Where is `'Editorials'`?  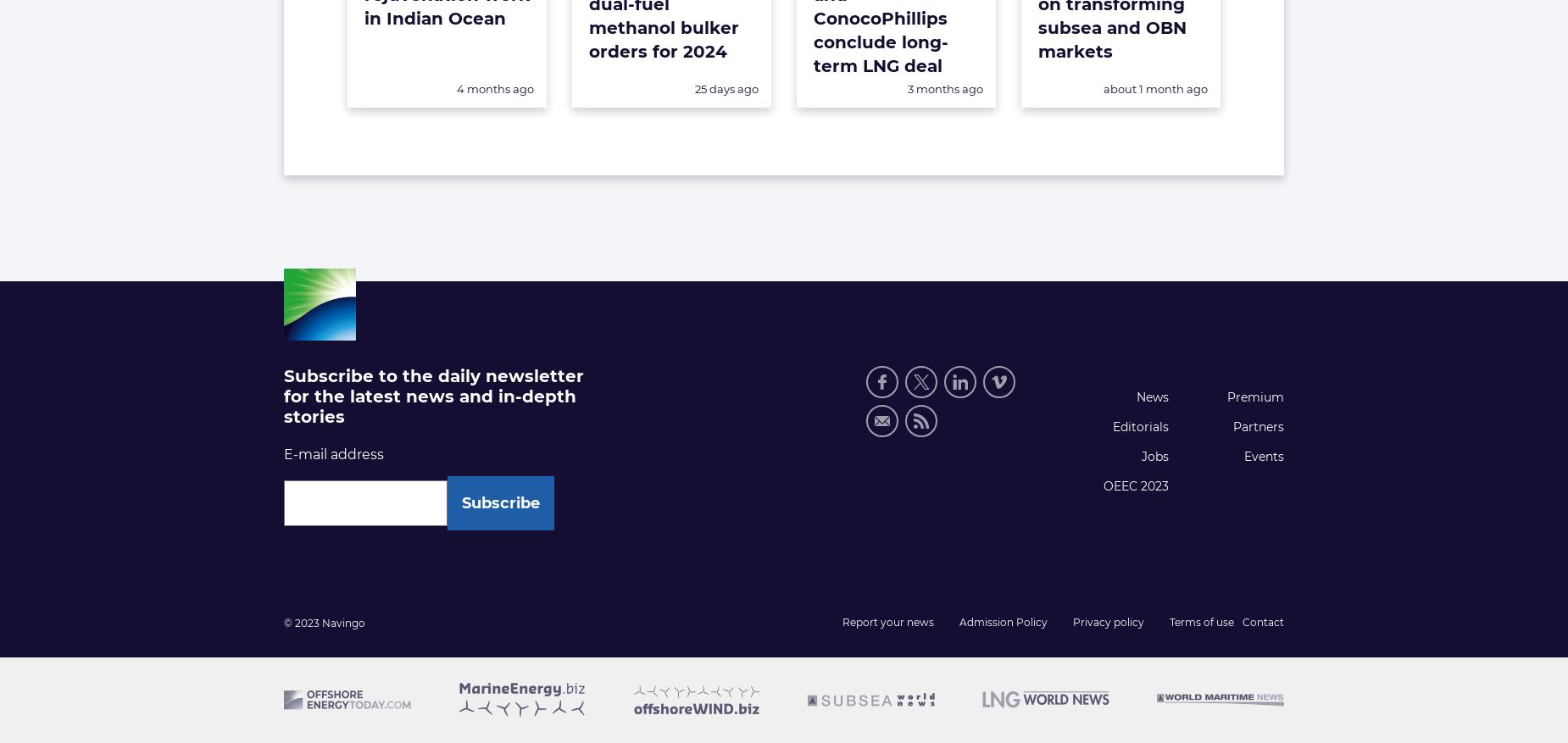
'Editorials' is located at coordinates (1138, 424).